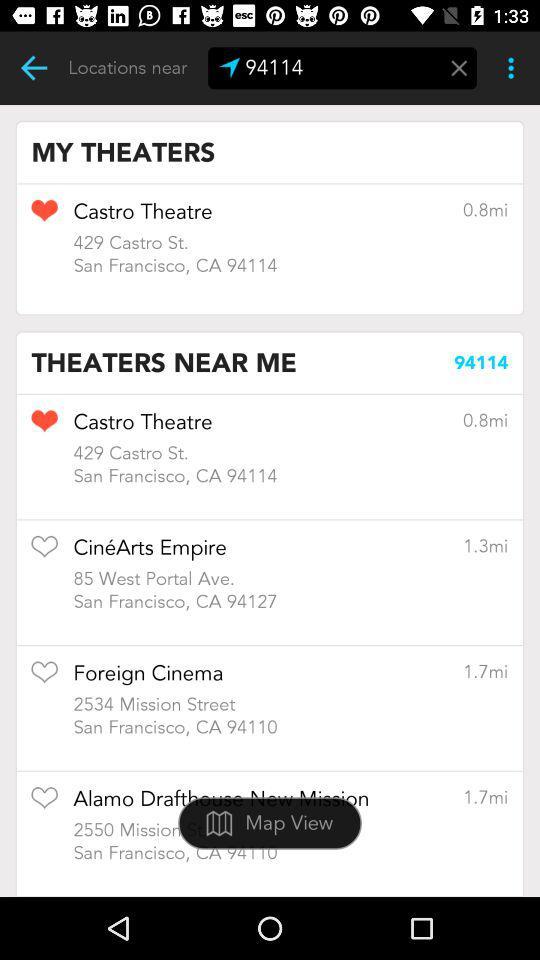  I want to click on like, so click(44, 217).